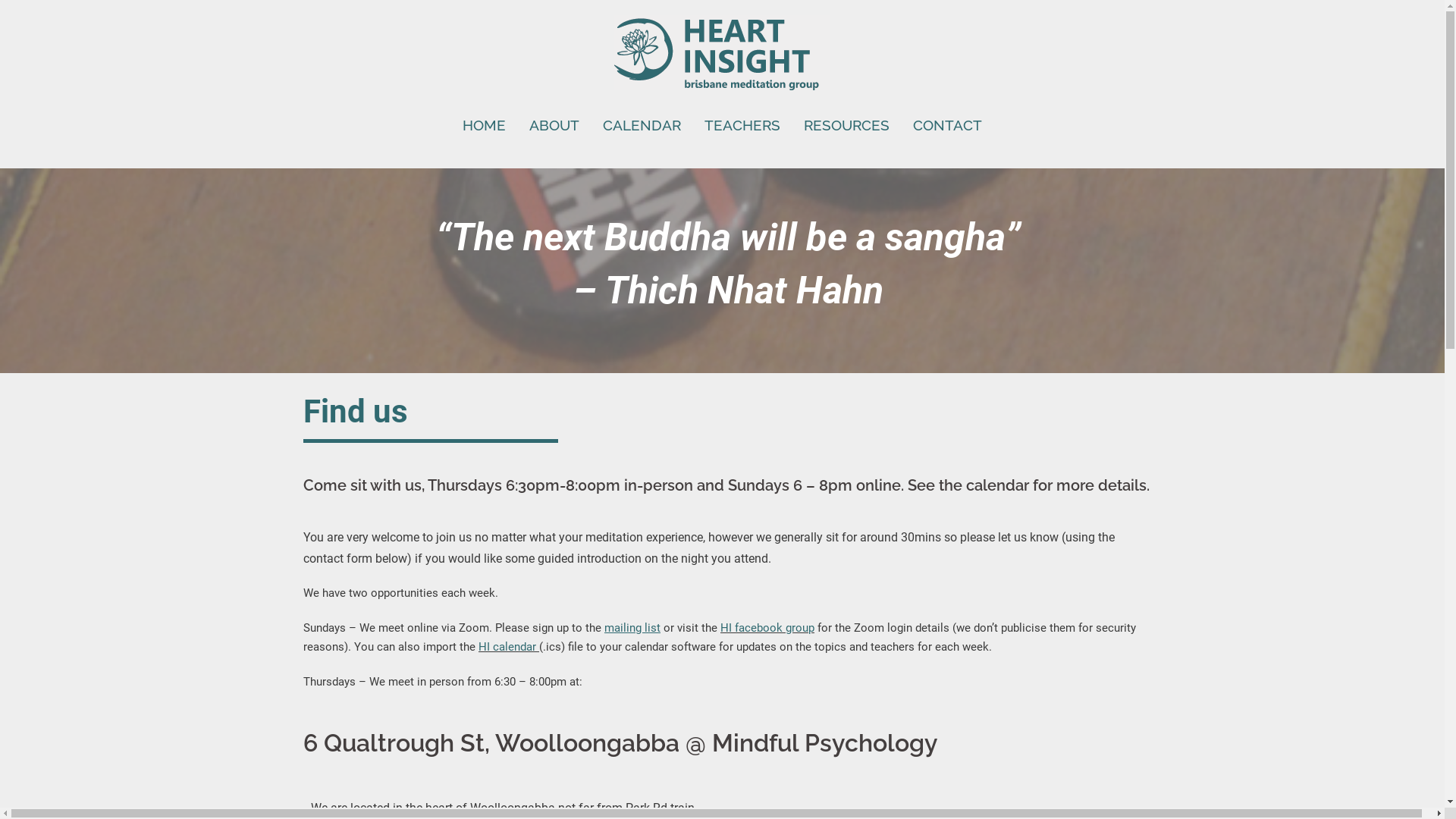  I want to click on 'CONTACT', so click(946, 124).